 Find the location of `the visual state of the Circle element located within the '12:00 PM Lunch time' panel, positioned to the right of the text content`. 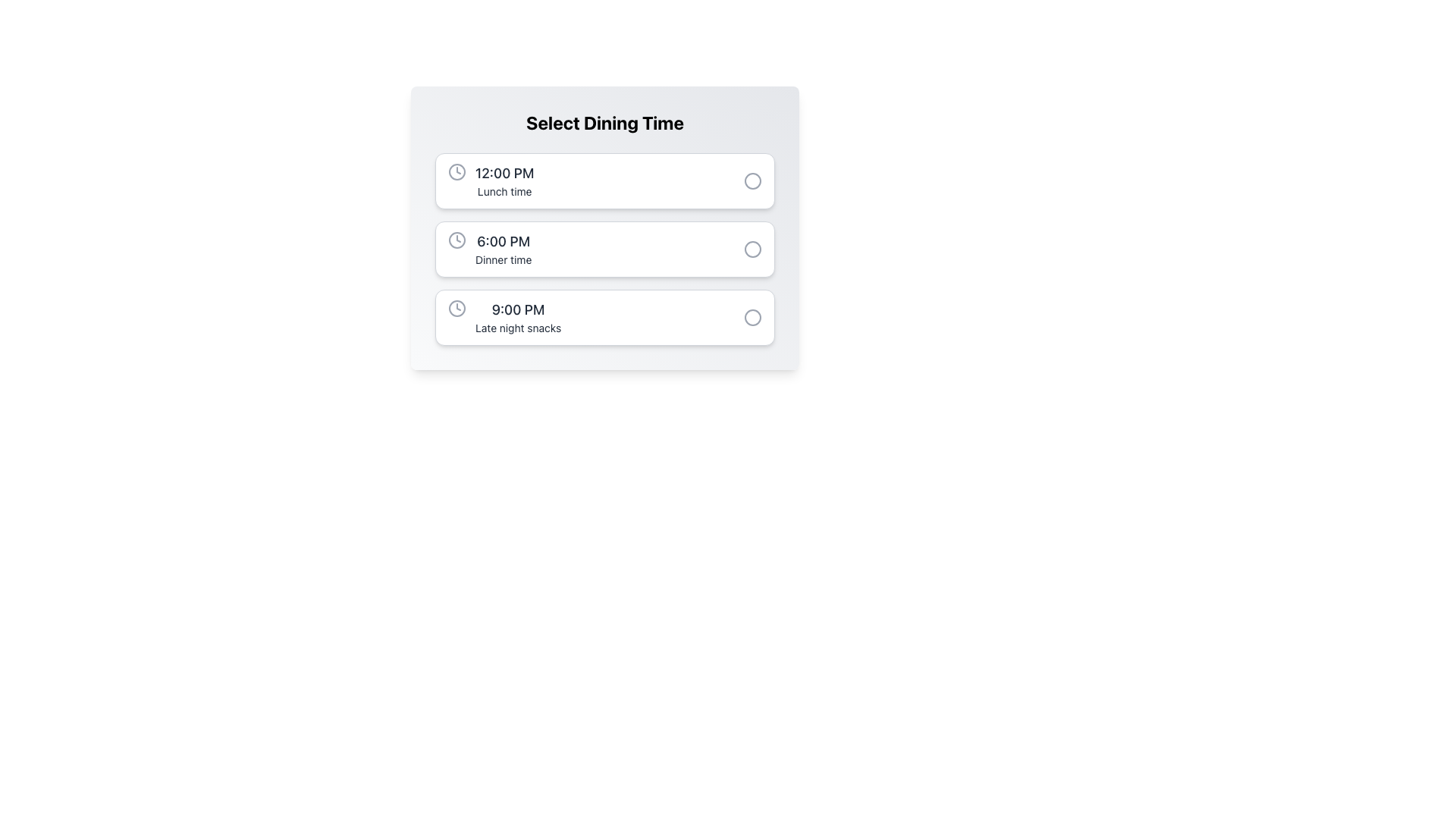

the visual state of the Circle element located within the '12:00 PM Lunch time' panel, positioned to the right of the text content is located at coordinates (753, 180).